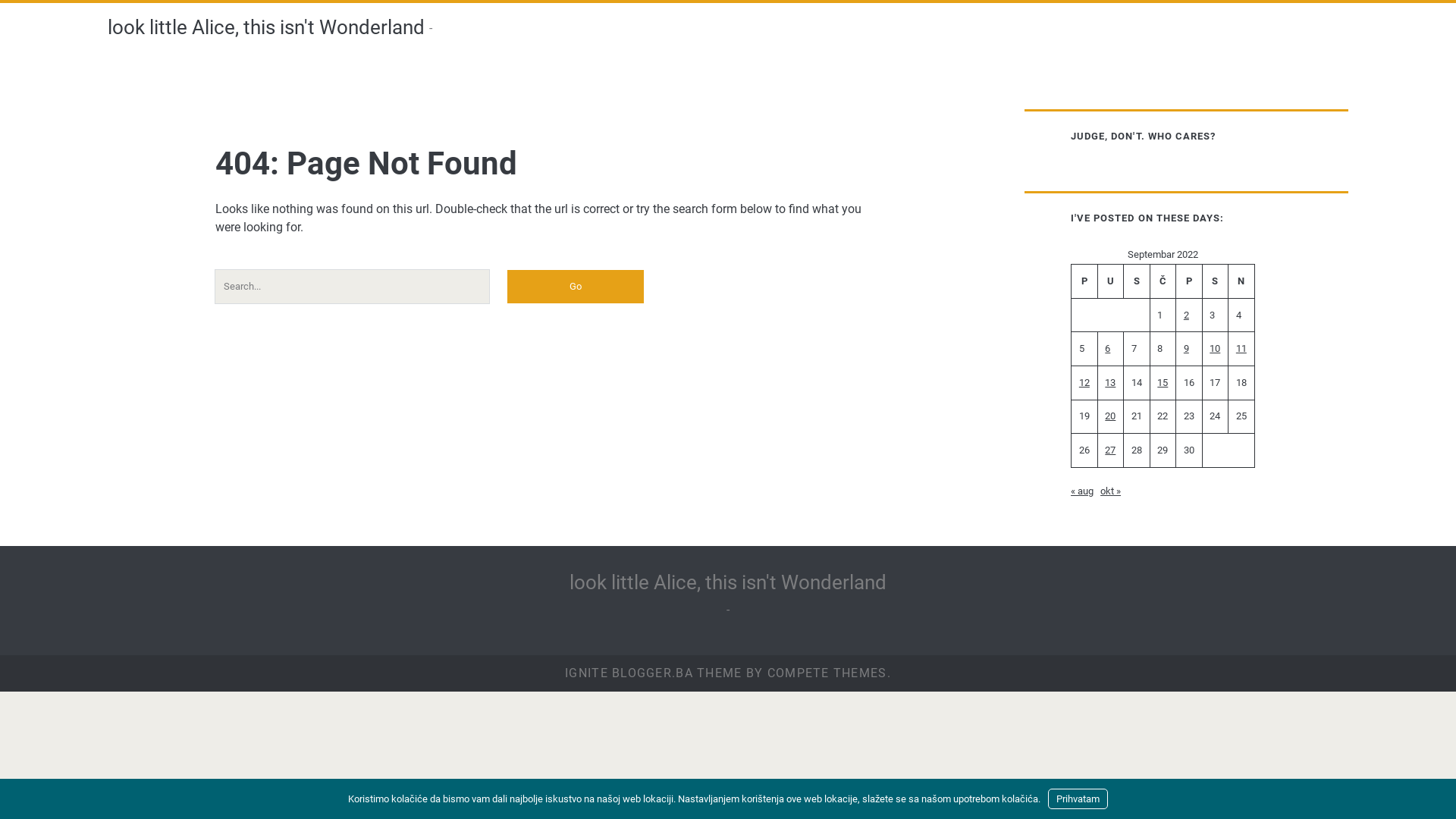 The image size is (1456, 819). Describe the element at coordinates (1077, 798) in the screenshot. I see `'Prihvatam'` at that location.